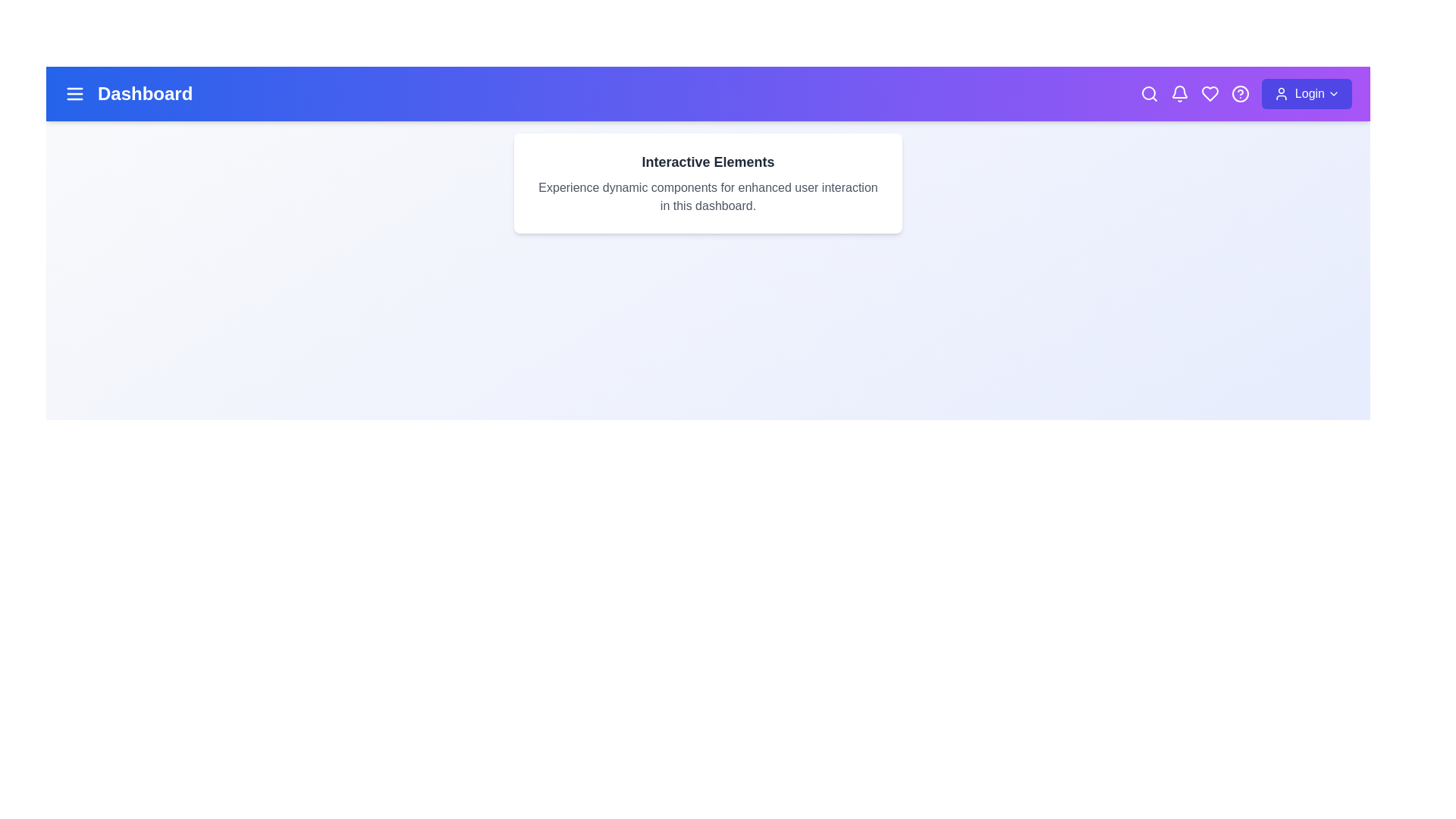 This screenshot has width=1456, height=819. I want to click on the menu icon to toggle the main menu visibility, so click(74, 93).